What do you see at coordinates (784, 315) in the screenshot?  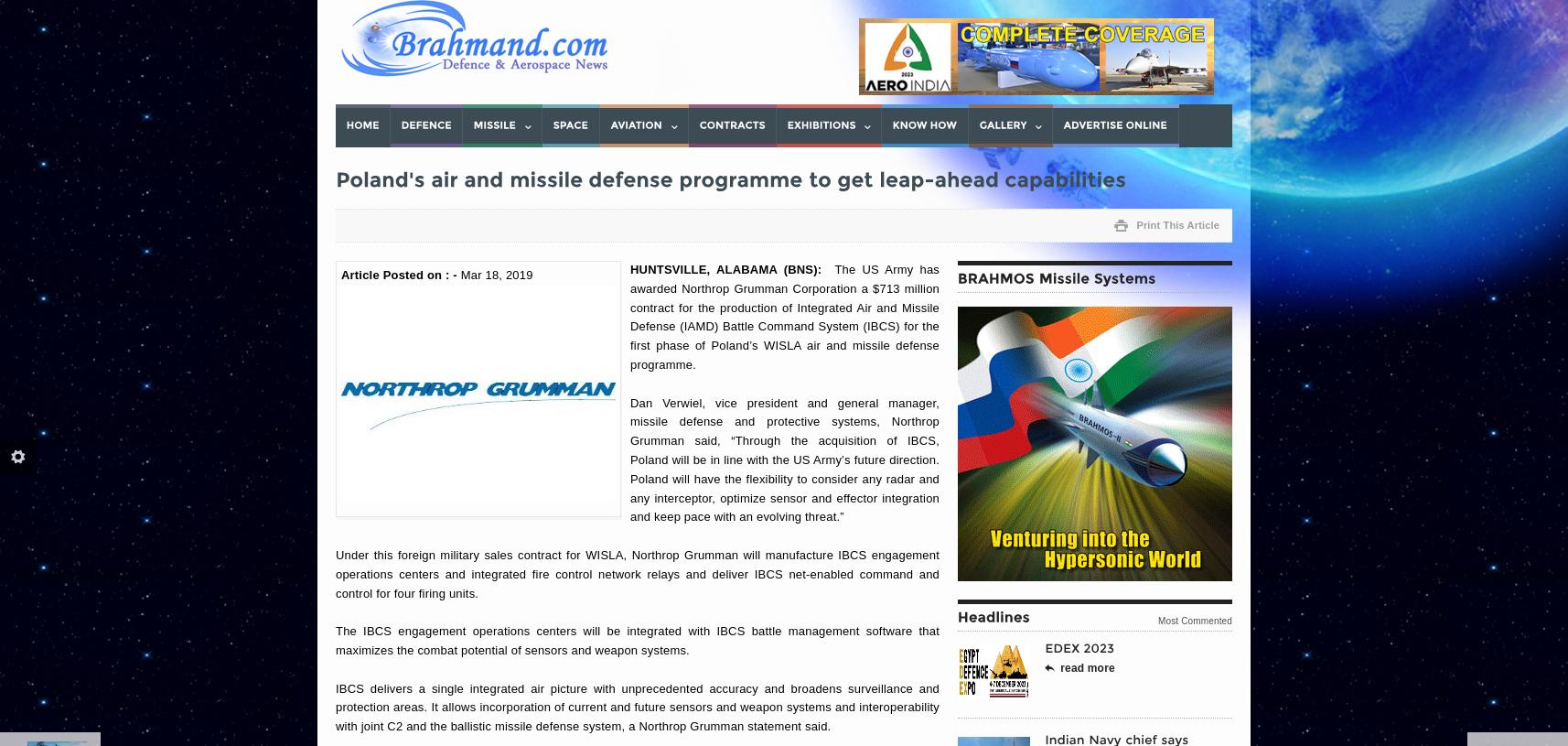 I see `'The US Army has awarded Northrop Grumman Corporation a $713 million contract for the production of Integrated Air and Missile Defense (IAMD) Battle Command System (IBCS) for the first phase of Poland’s WISLA air and missile defense programme.'` at bounding box center [784, 315].